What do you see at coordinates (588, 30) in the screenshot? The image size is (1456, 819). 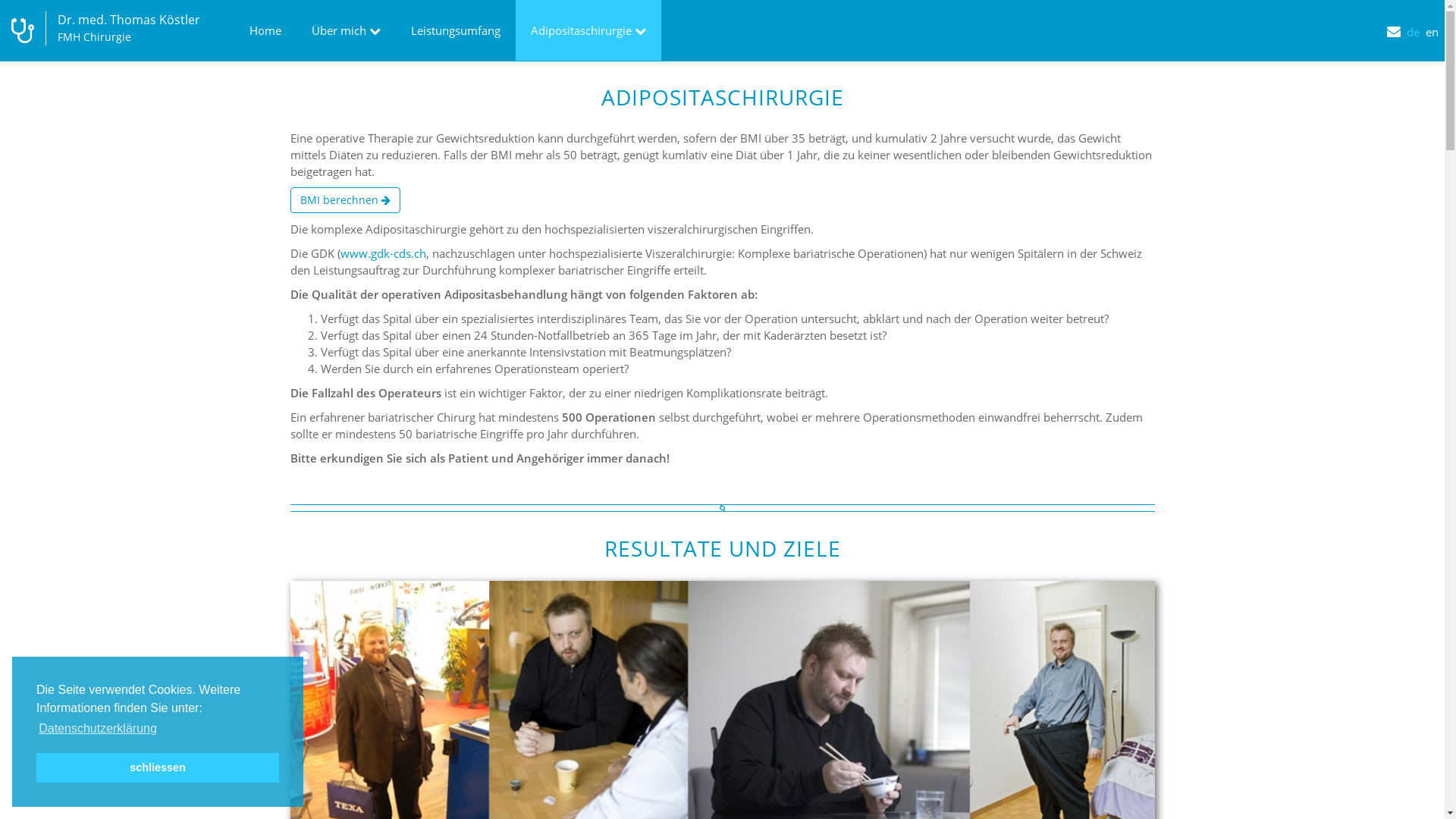 I see `'Adipositaschirurgie'` at bounding box center [588, 30].